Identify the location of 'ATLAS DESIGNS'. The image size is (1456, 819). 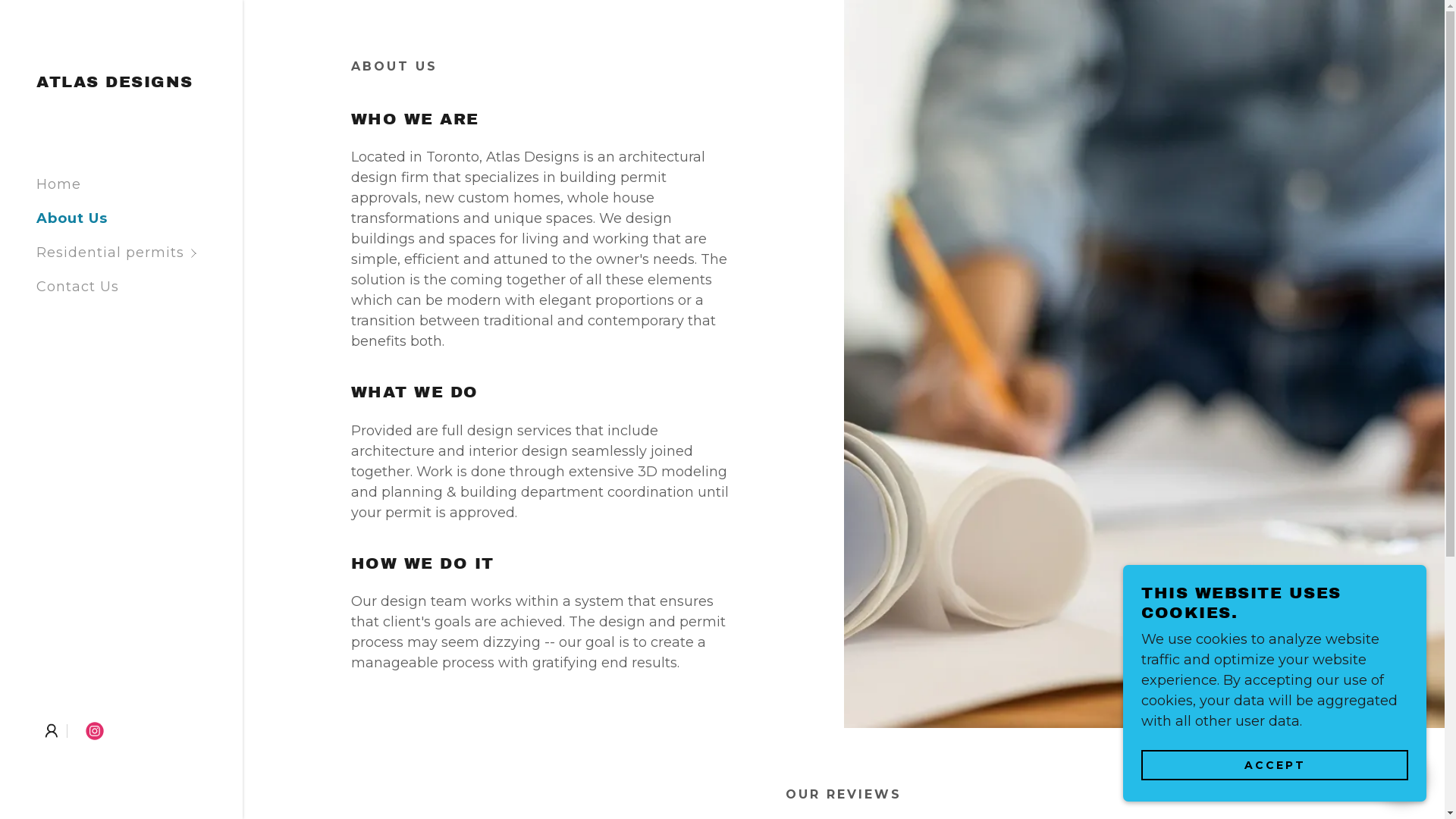
(114, 82).